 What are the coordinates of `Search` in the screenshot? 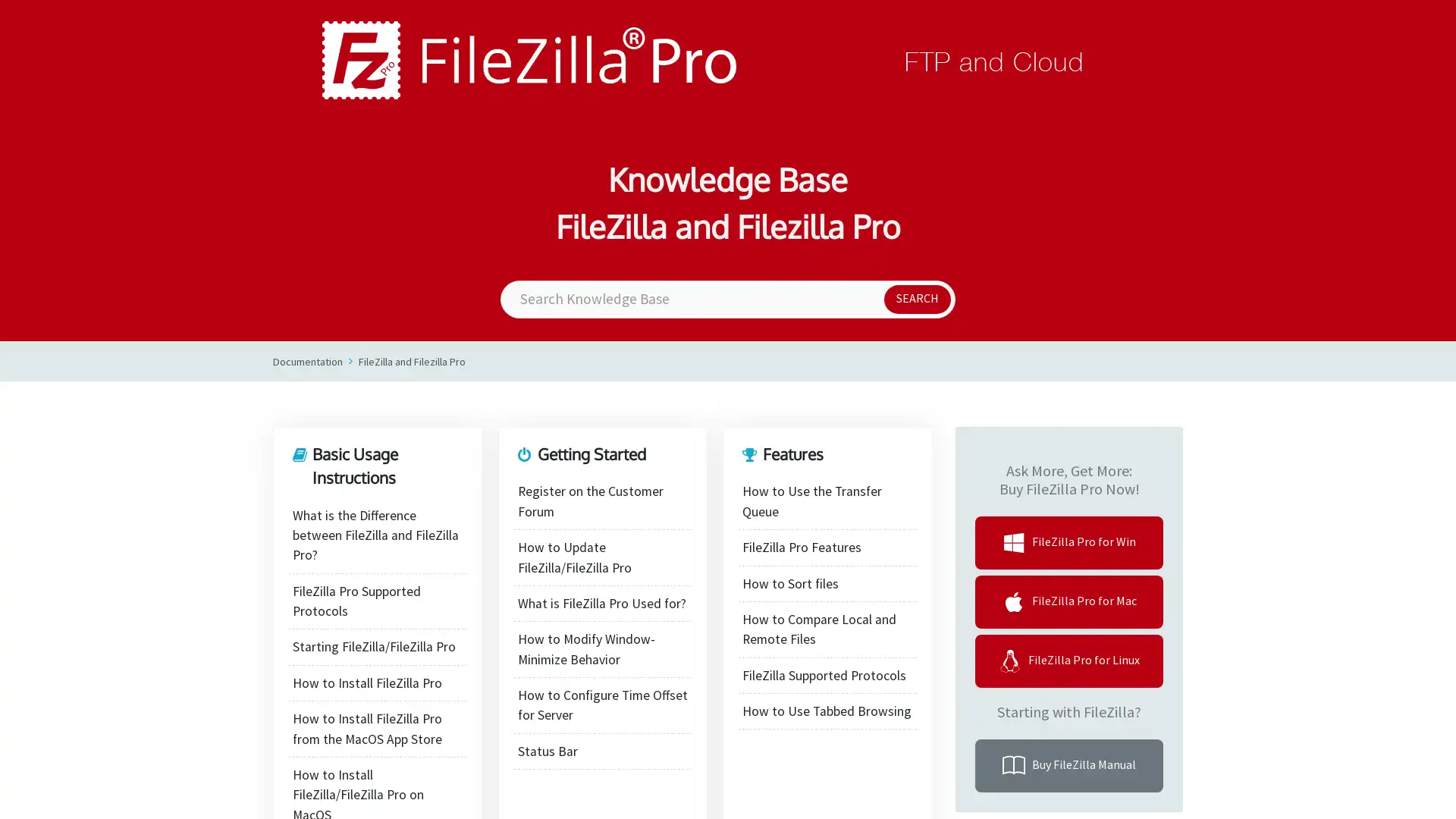 It's located at (916, 299).